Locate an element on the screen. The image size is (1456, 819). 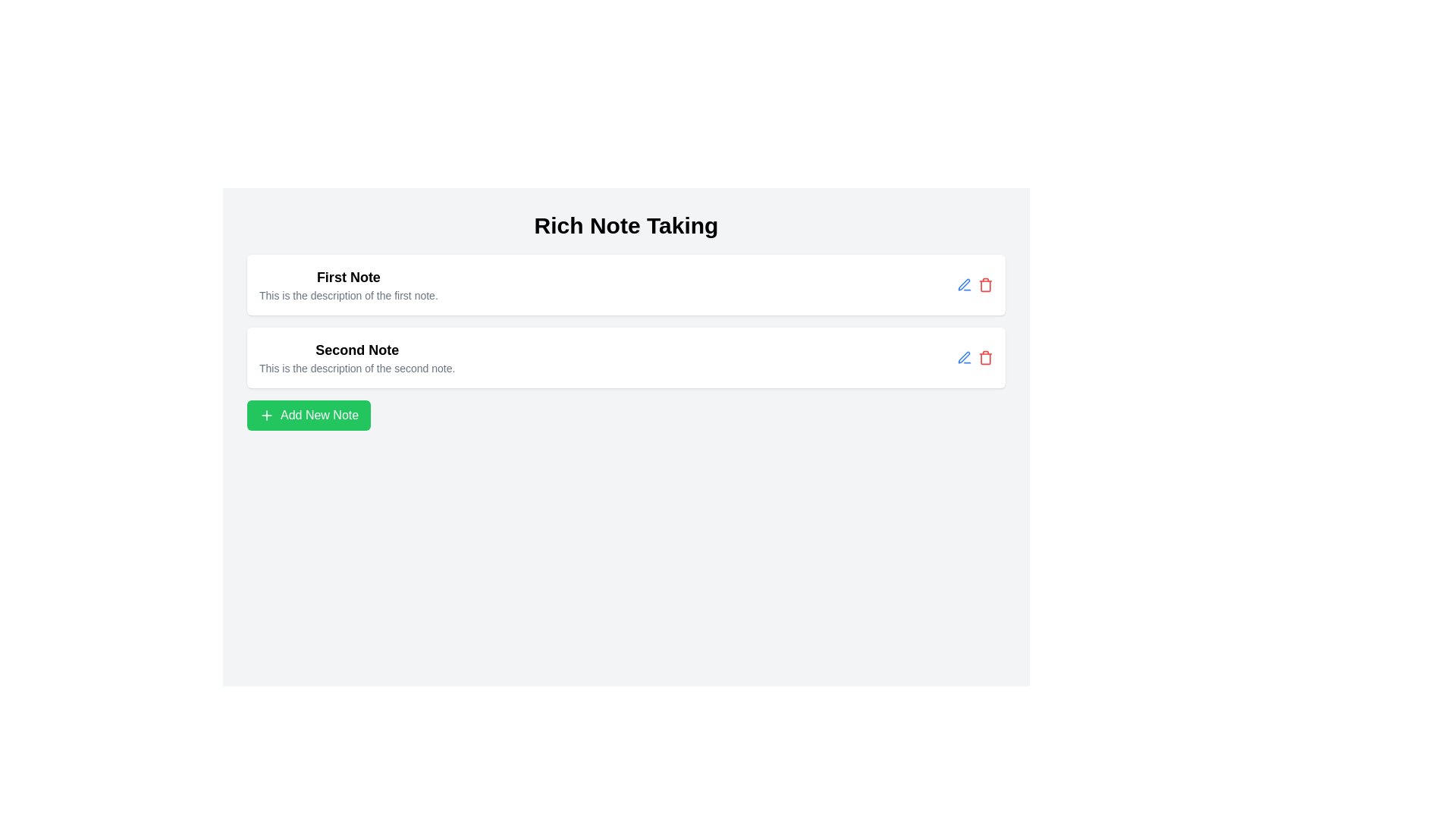
the text block displaying 'This is the description of the first note.' which is styled in a small gray font and located below the title 'First Note' is located at coordinates (347, 295).